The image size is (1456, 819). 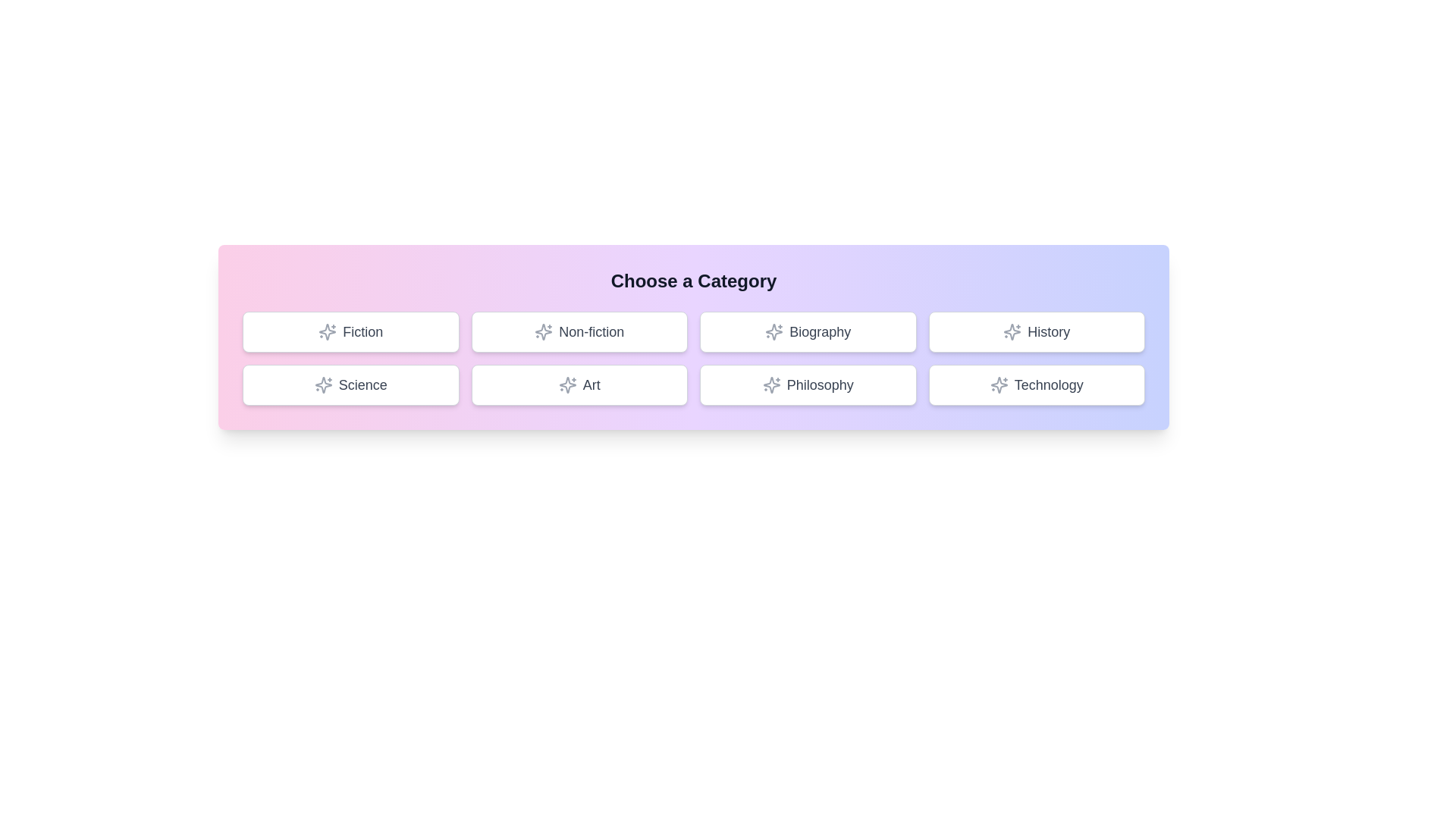 What do you see at coordinates (807, 384) in the screenshot?
I see `the button labeled 'Philosophy' to observe the hover effect` at bounding box center [807, 384].